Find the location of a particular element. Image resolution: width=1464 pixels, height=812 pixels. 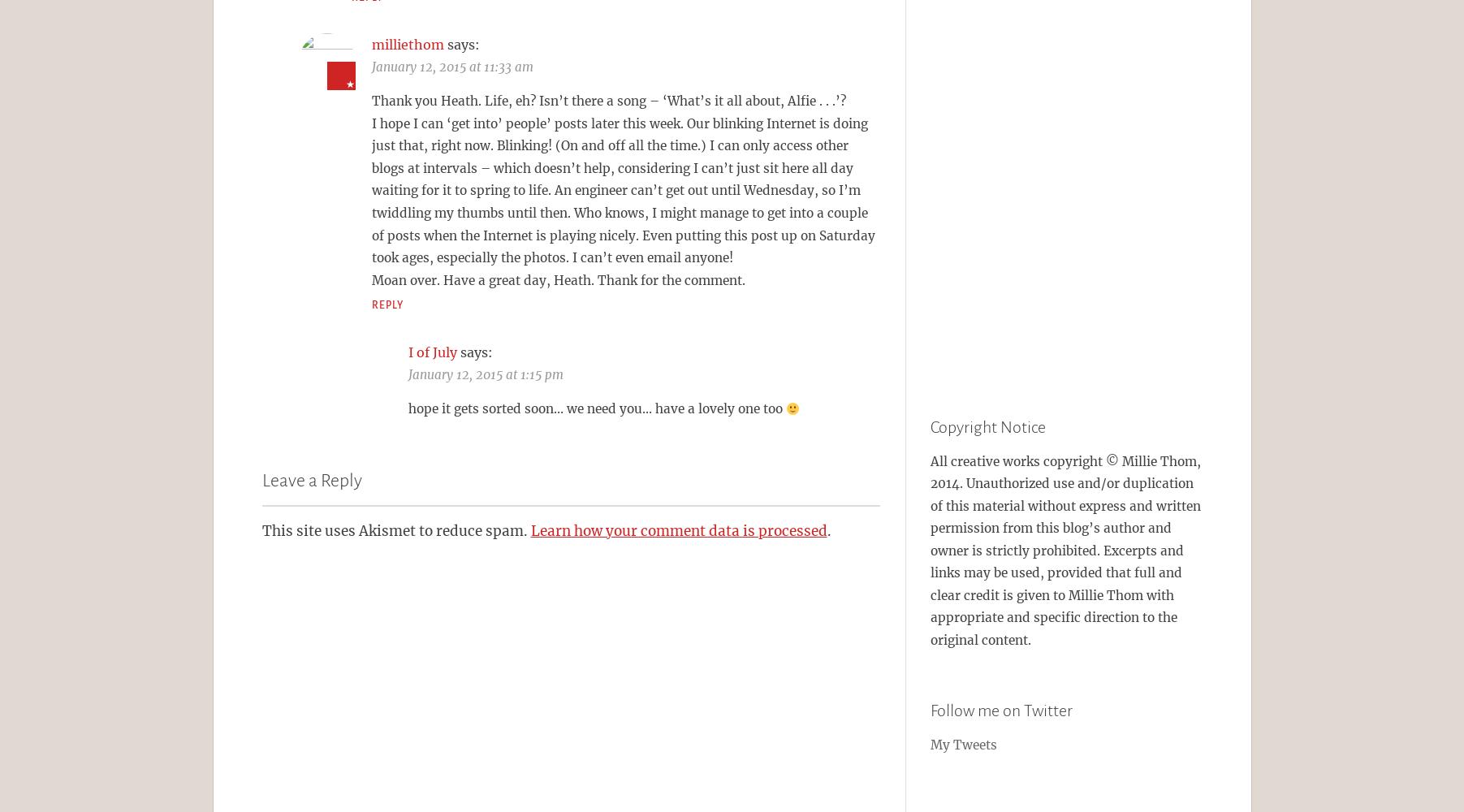

'Leave a Reply' is located at coordinates (310, 480).